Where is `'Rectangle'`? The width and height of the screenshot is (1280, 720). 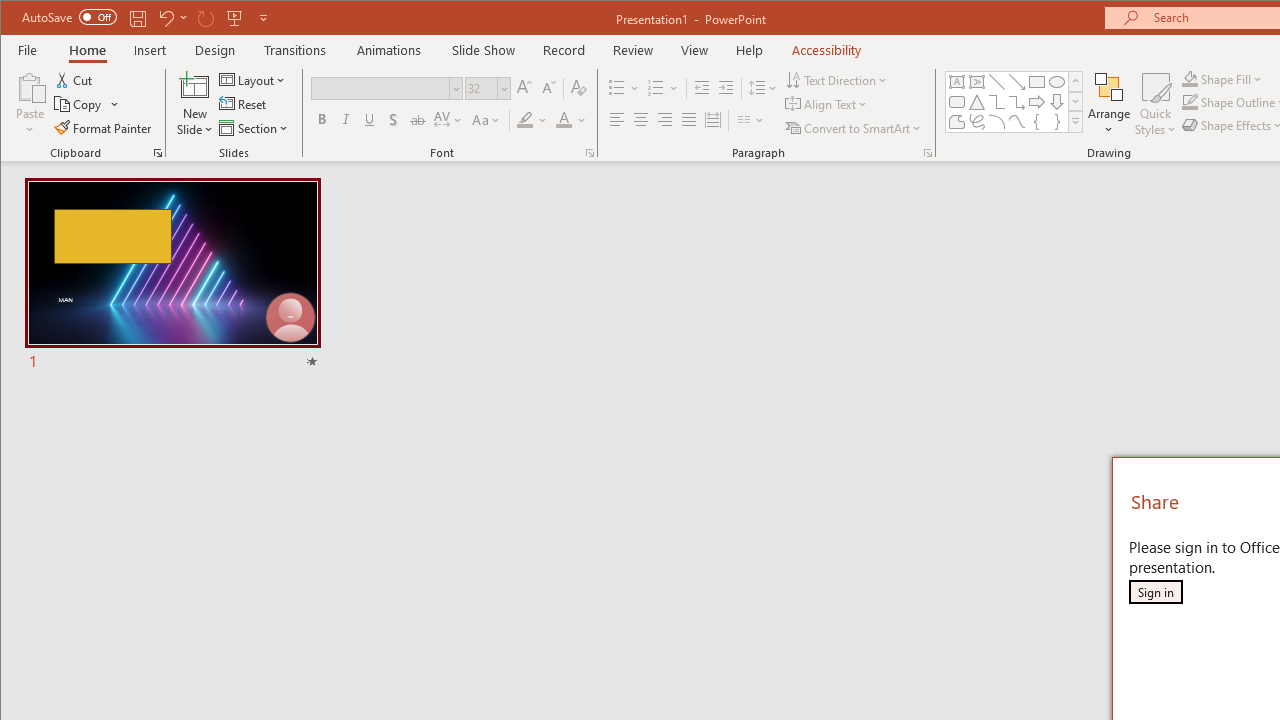
'Rectangle' is located at coordinates (1036, 81).